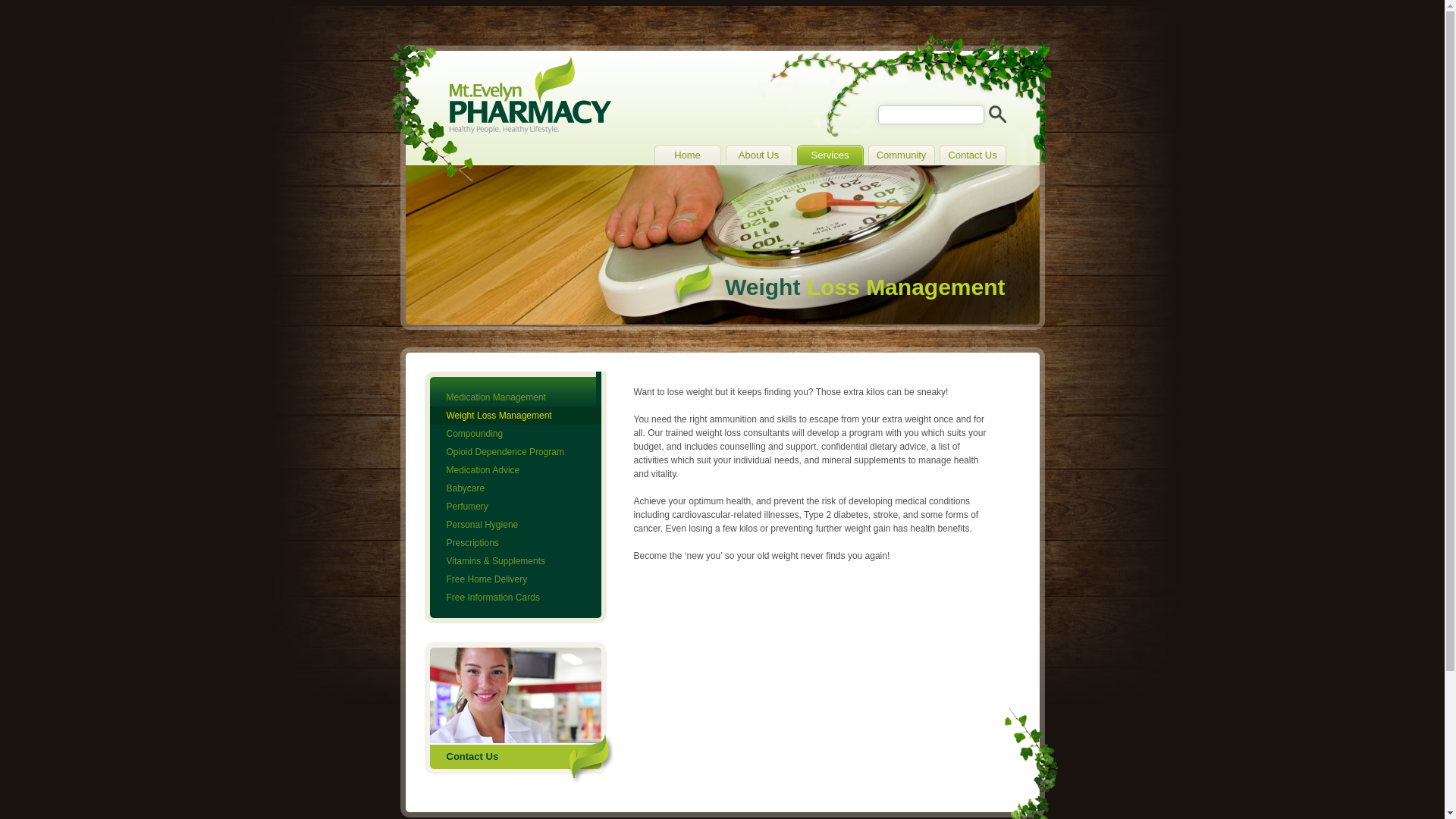  I want to click on 'Medication Advice', so click(428, 469).